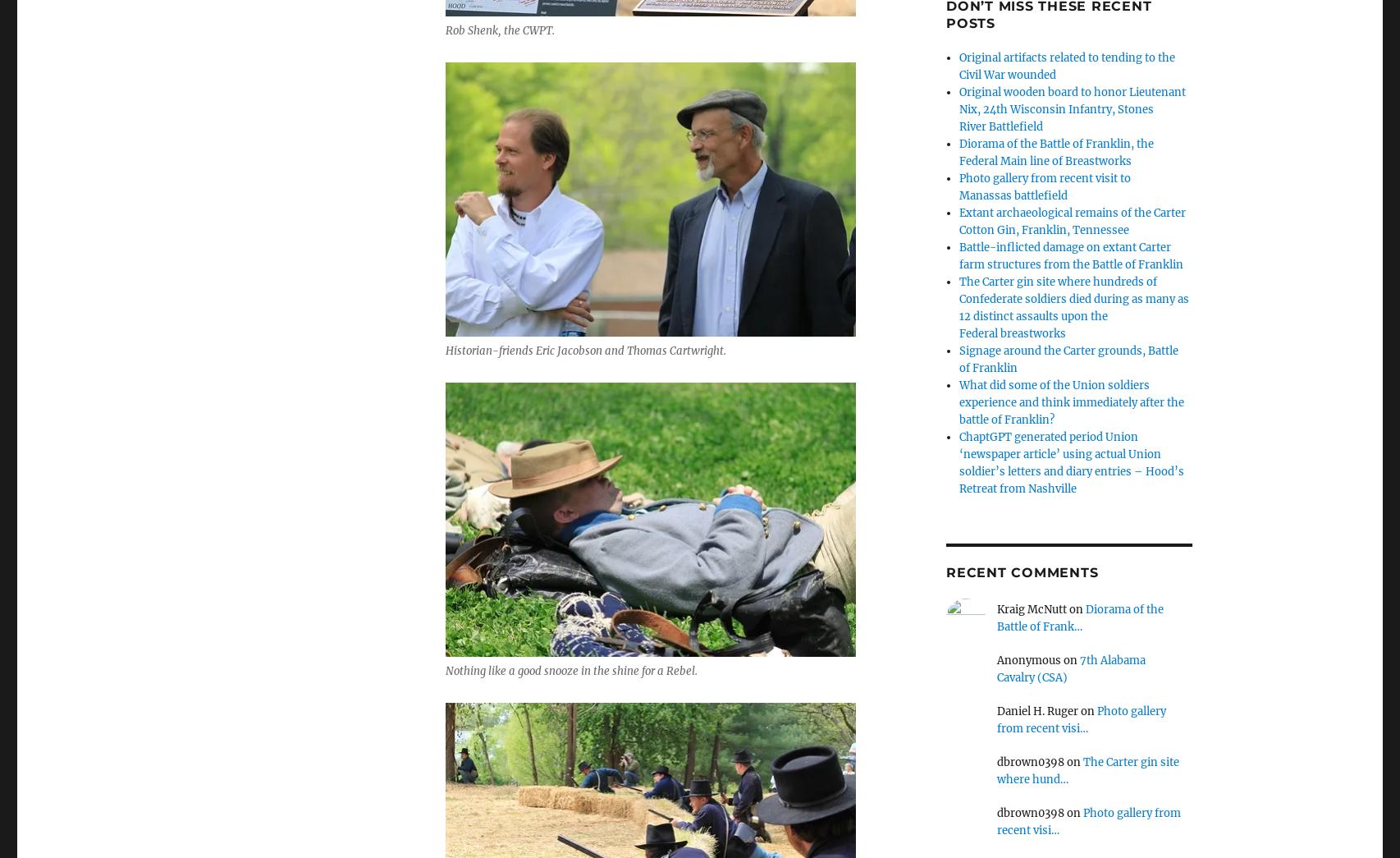  Describe the element at coordinates (1070, 667) in the screenshot. I see `'7th Alabama Cavalry (CSA)'` at that location.